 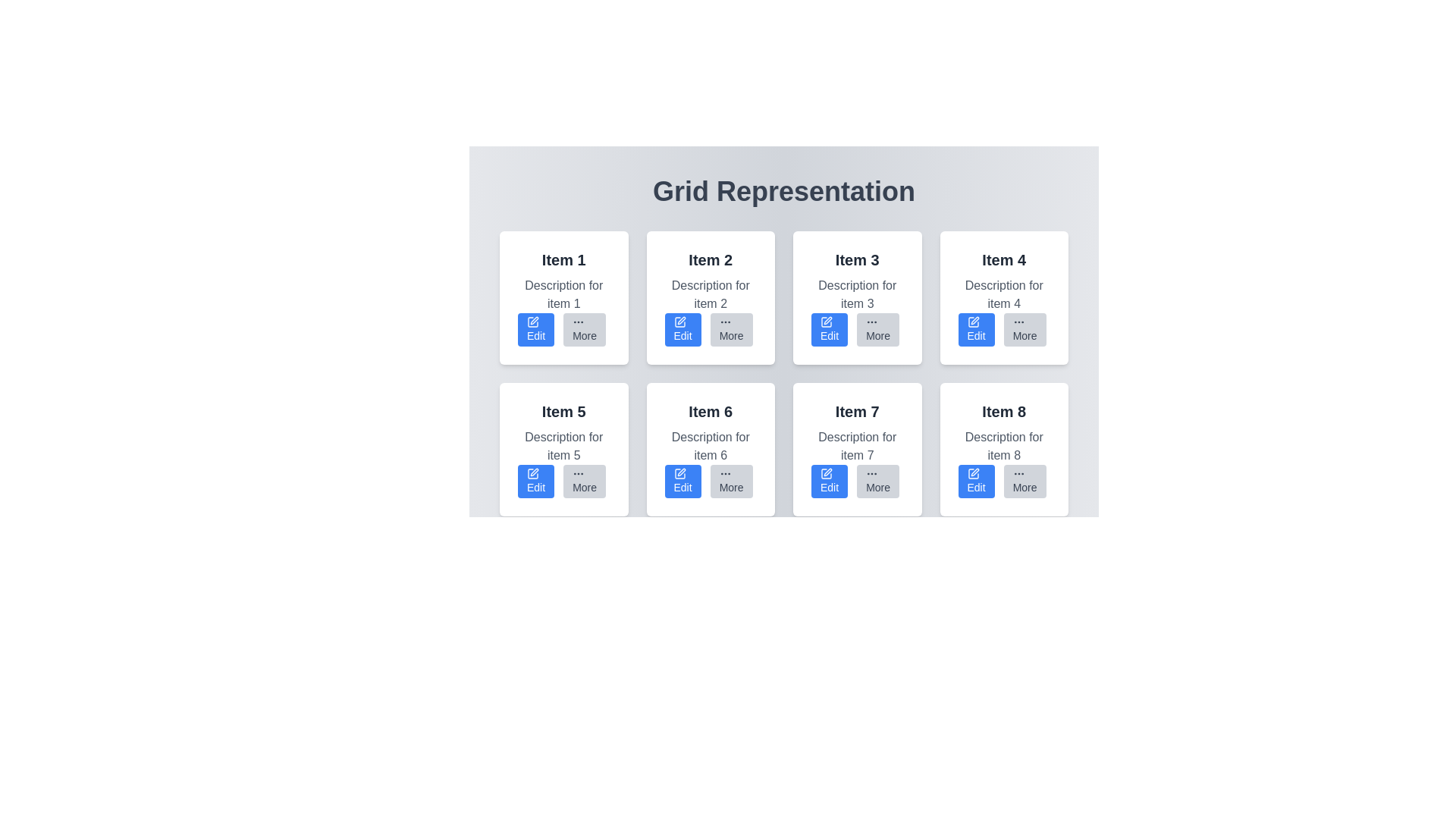 What do you see at coordinates (857, 295) in the screenshot?
I see `the text label reading 'Description for item 3' which is styled with a gray color and located under the title 'Item 3' in the card that displays information about 'Item 3'` at bounding box center [857, 295].